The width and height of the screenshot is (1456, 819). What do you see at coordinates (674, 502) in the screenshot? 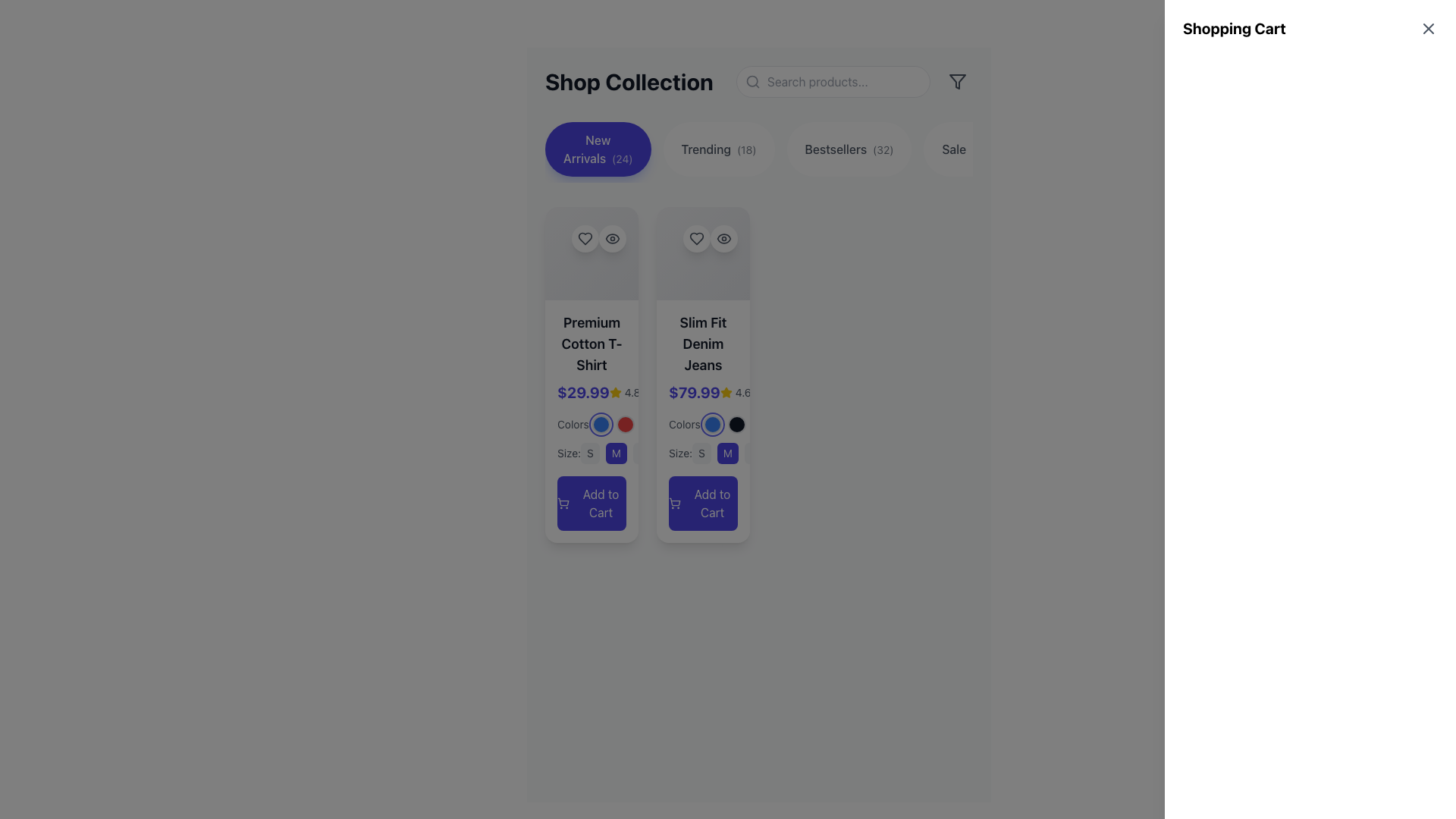
I see `the 'Add to Cart' button featuring a minimalist shopping cart icon for the 'Slim Fit Denim Jeans'` at bounding box center [674, 502].